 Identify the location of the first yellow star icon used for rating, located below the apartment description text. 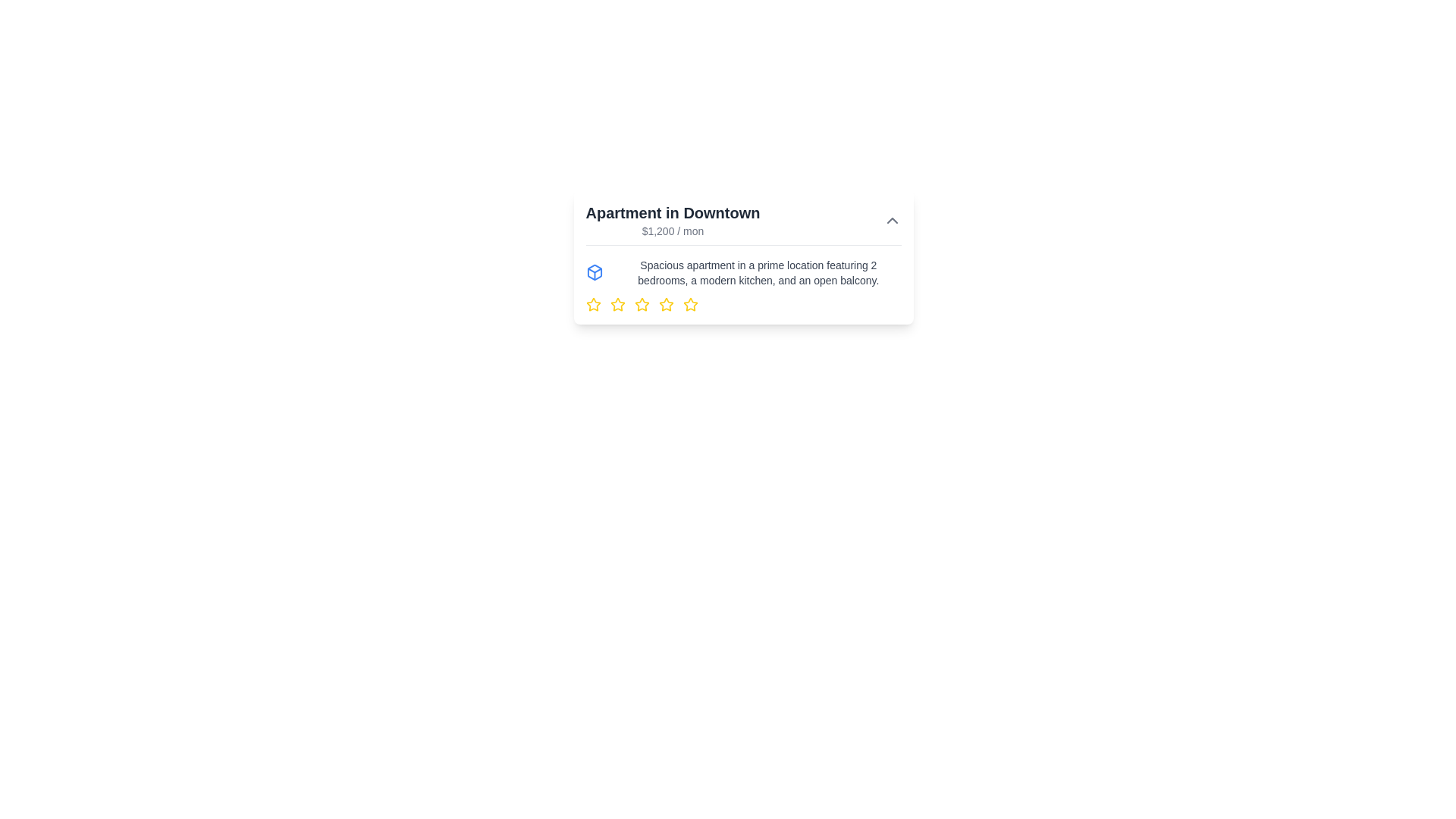
(592, 304).